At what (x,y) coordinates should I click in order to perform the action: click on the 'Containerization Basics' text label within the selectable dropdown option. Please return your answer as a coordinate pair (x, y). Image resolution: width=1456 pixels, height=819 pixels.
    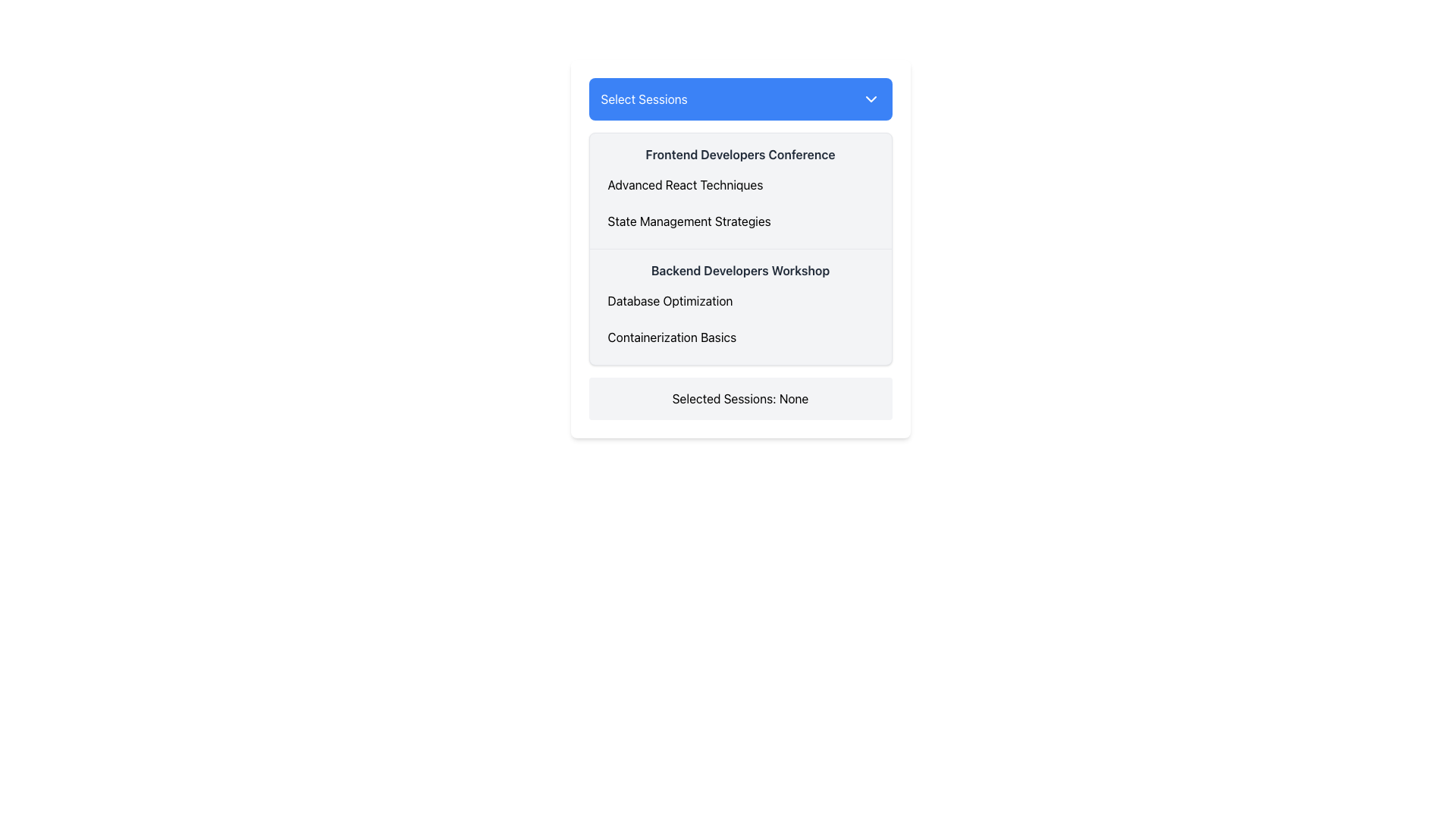
    Looking at the image, I should click on (671, 336).